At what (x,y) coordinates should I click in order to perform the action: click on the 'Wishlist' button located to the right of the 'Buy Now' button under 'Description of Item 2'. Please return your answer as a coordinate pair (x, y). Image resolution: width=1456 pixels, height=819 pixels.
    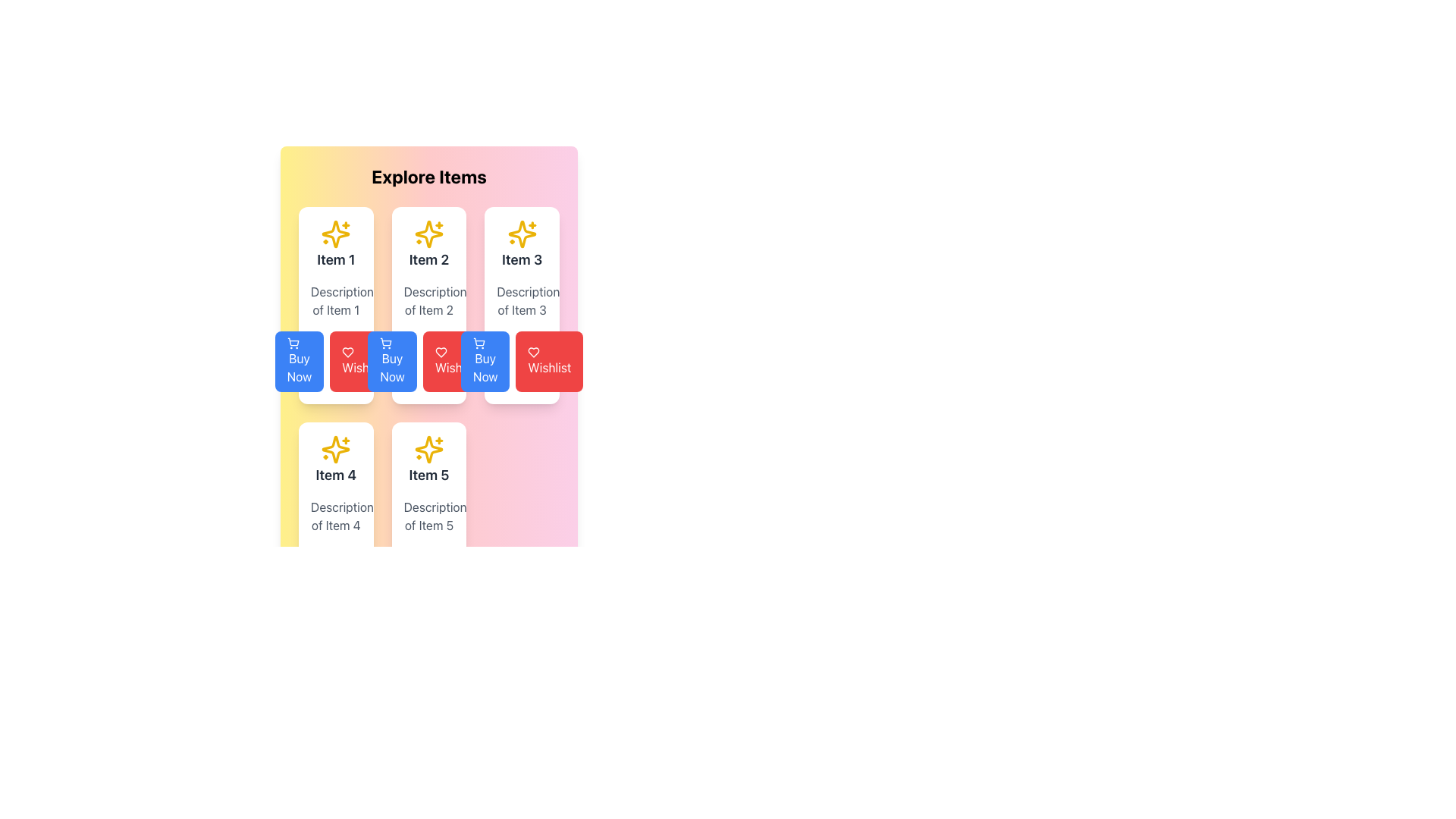
    Looking at the image, I should click on (428, 362).